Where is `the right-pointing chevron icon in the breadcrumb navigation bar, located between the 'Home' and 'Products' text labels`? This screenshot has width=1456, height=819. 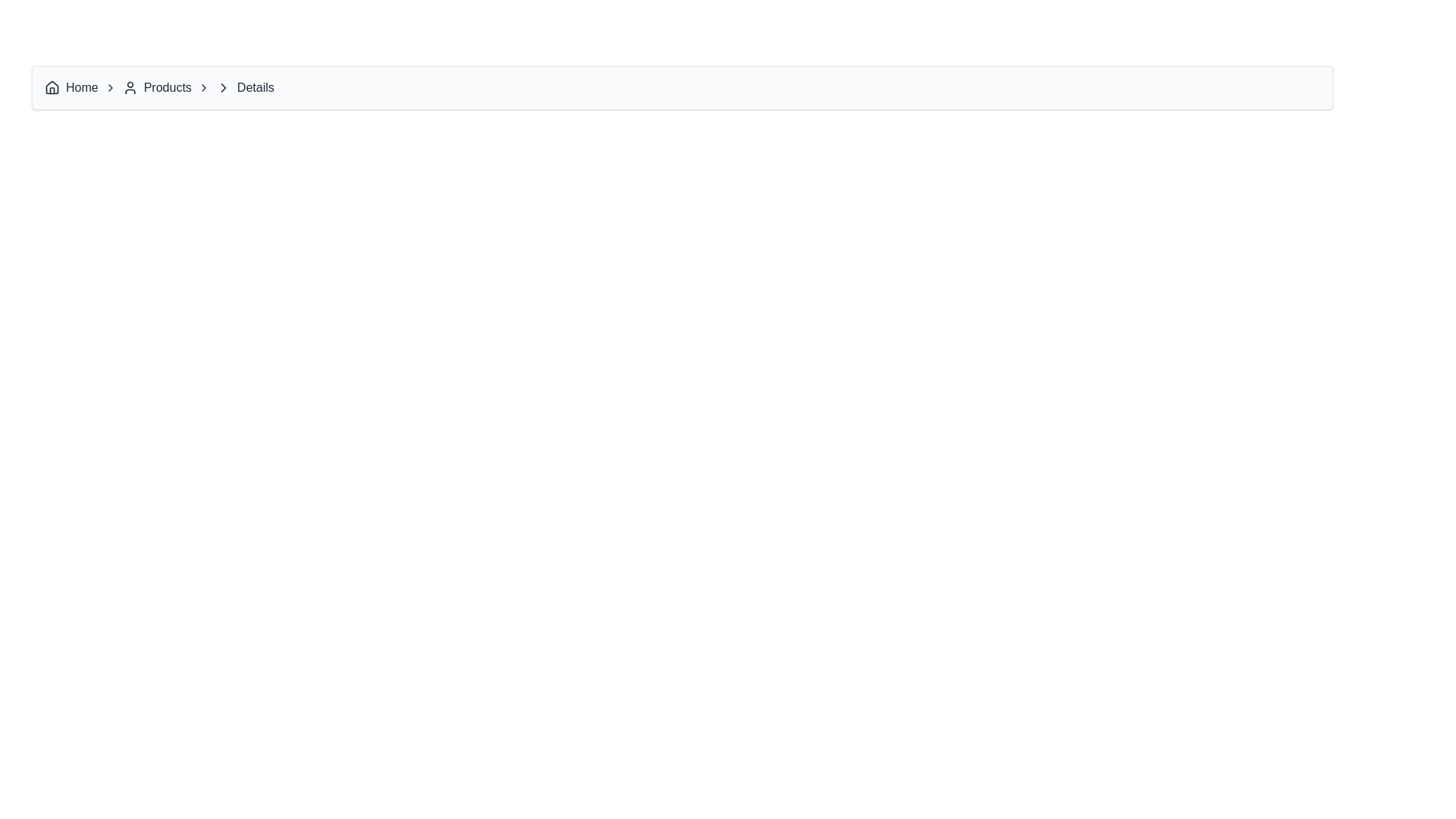 the right-pointing chevron icon in the breadcrumb navigation bar, located between the 'Home' and 'Products' text labels is located at coordinates (109, 87).